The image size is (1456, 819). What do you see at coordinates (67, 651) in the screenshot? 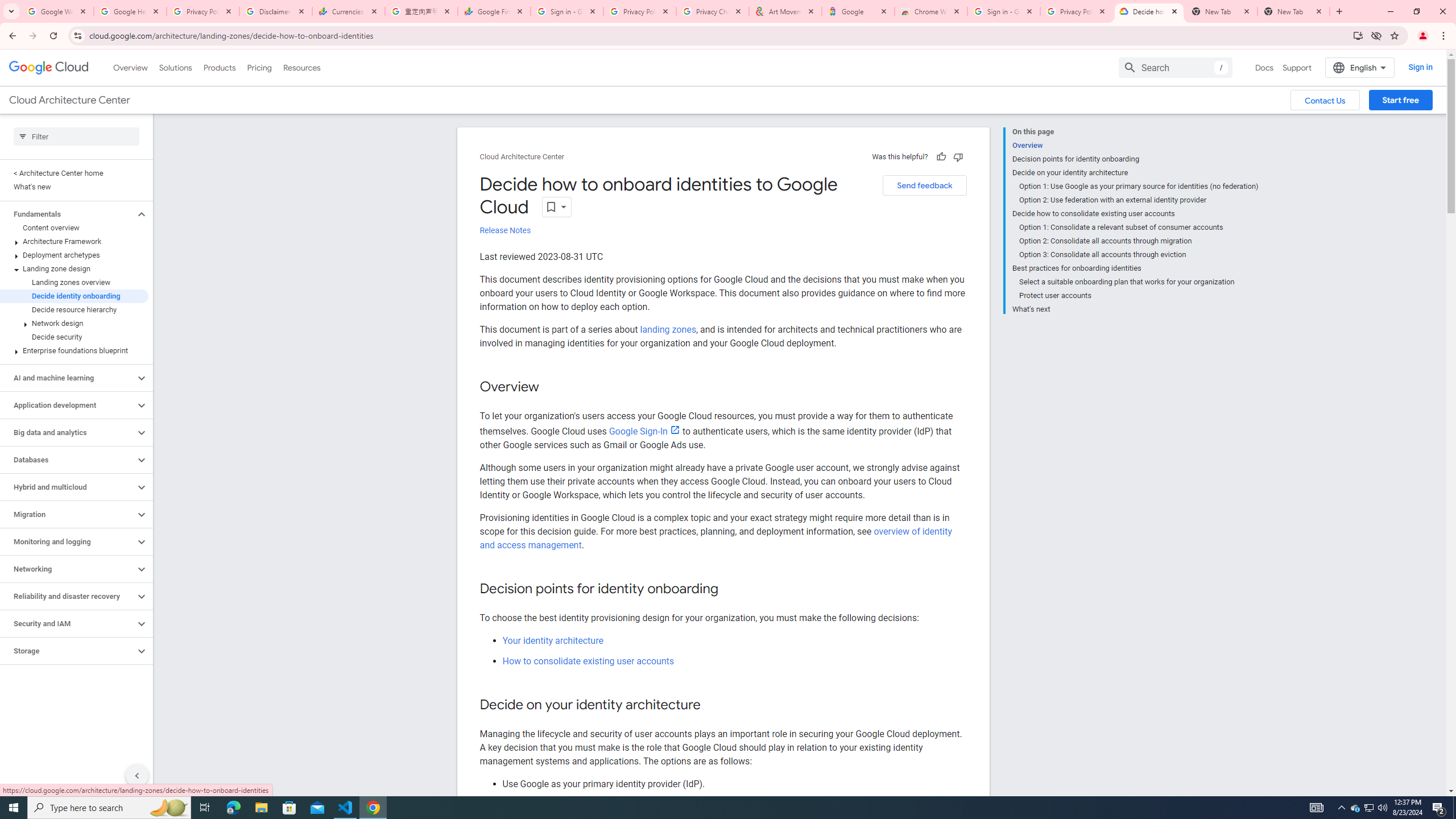
I see `'Storage'` at bounding box center [67, 651].